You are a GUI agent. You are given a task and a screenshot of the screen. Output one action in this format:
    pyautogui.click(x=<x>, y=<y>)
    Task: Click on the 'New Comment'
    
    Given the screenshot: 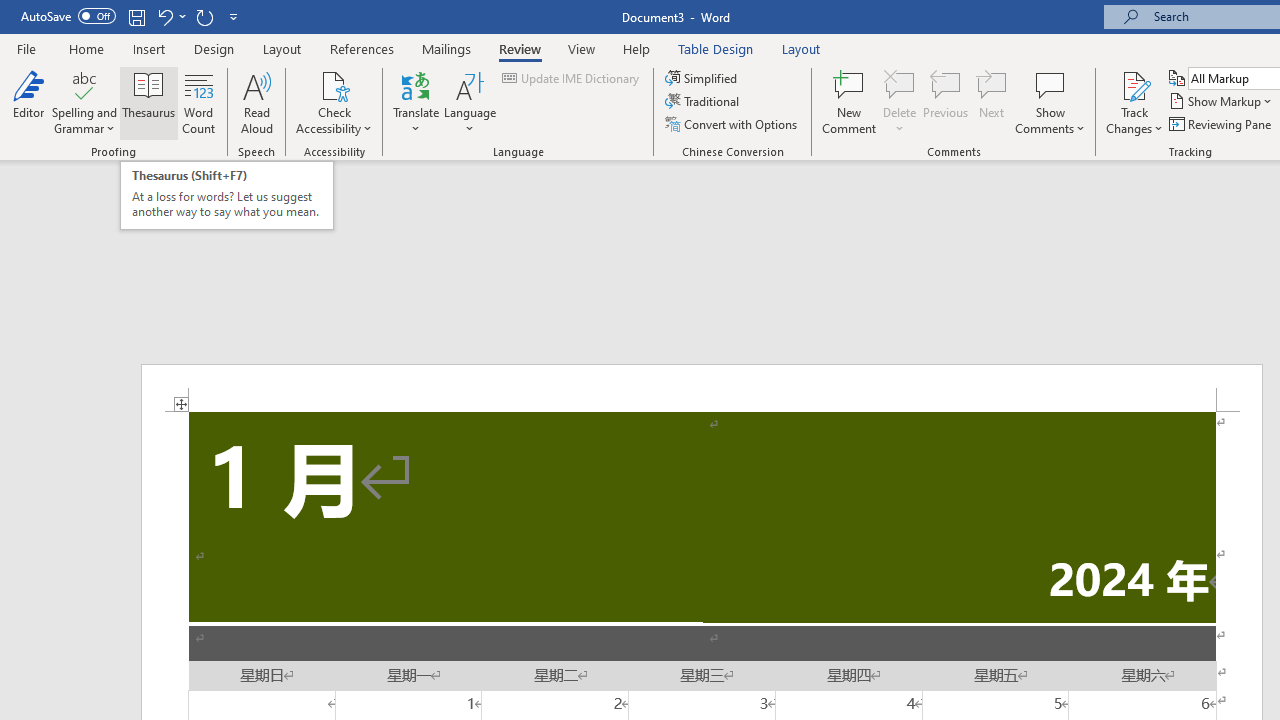 What is the action you would take?
    pyautogui.click(x=849, y=103)
    